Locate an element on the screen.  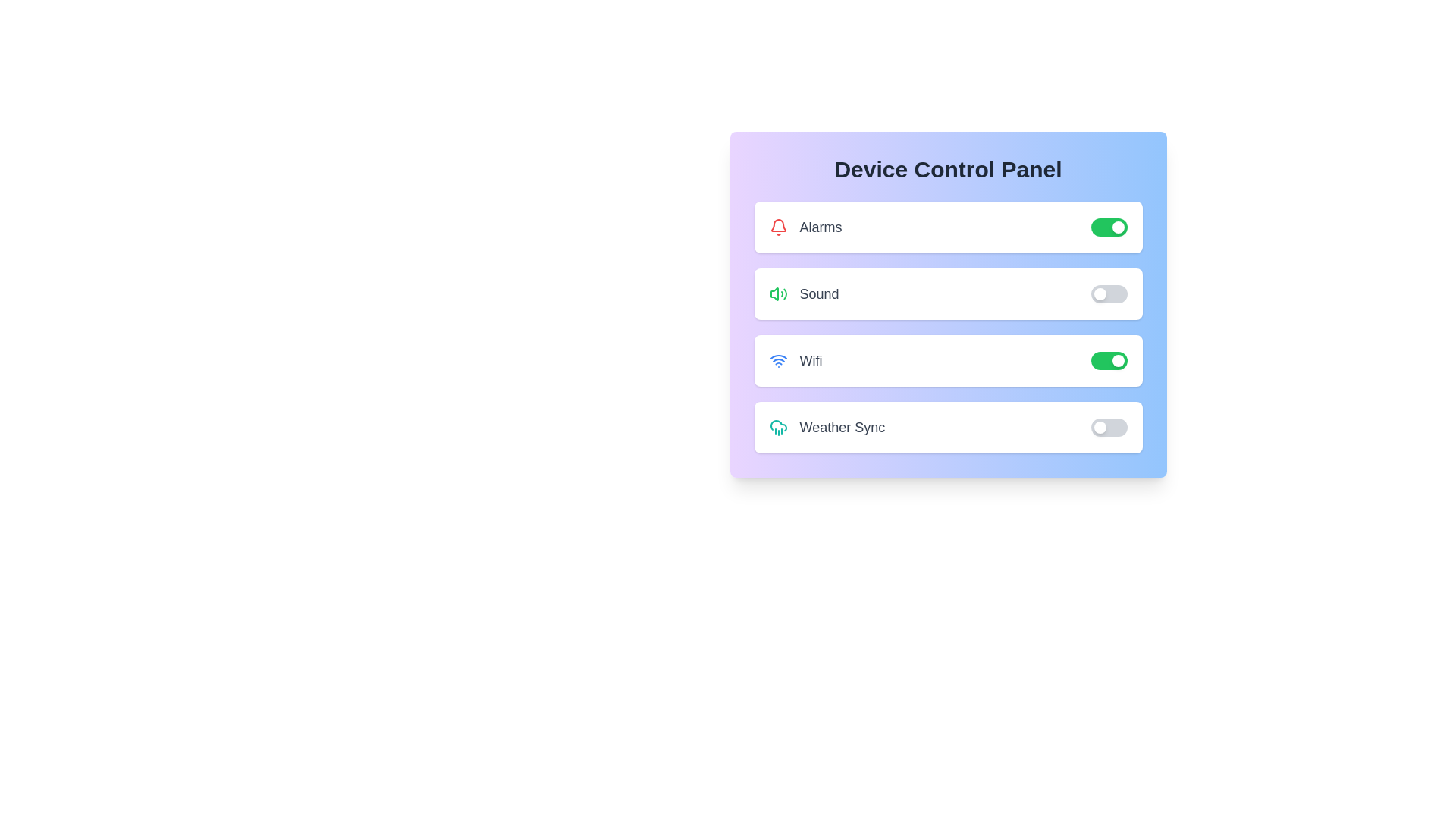
the toggle switch for the 'Alarms' feature is located at coordinates (1109, 227).